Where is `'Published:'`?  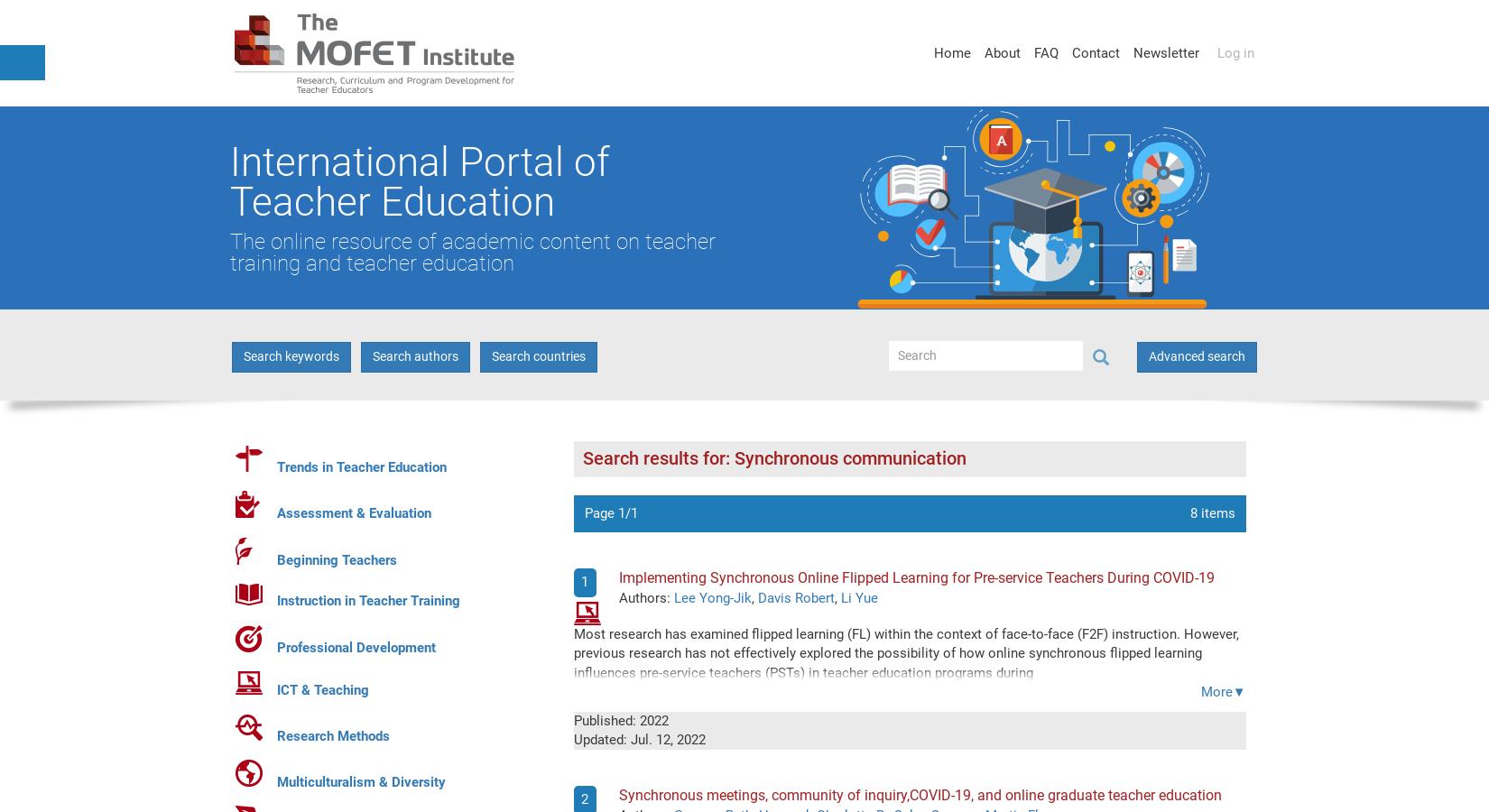
'Published:' is located at coordinates (605, 720).